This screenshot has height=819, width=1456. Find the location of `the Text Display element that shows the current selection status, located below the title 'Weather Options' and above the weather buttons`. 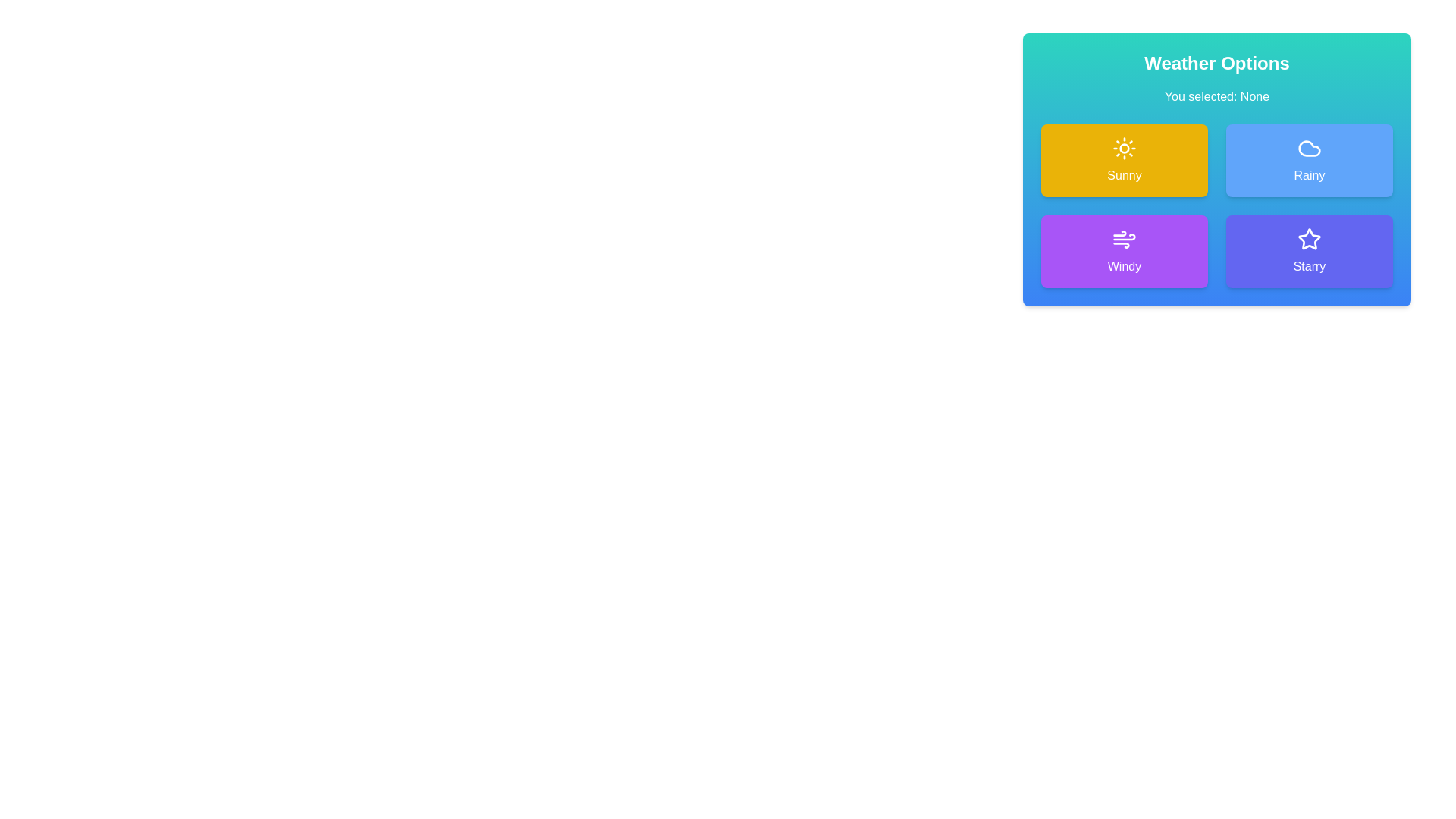

the Text Display element that shows the current selection status, located below the title 'Weather Options' and above the weather buttons is located at coordinates (1216, 96).